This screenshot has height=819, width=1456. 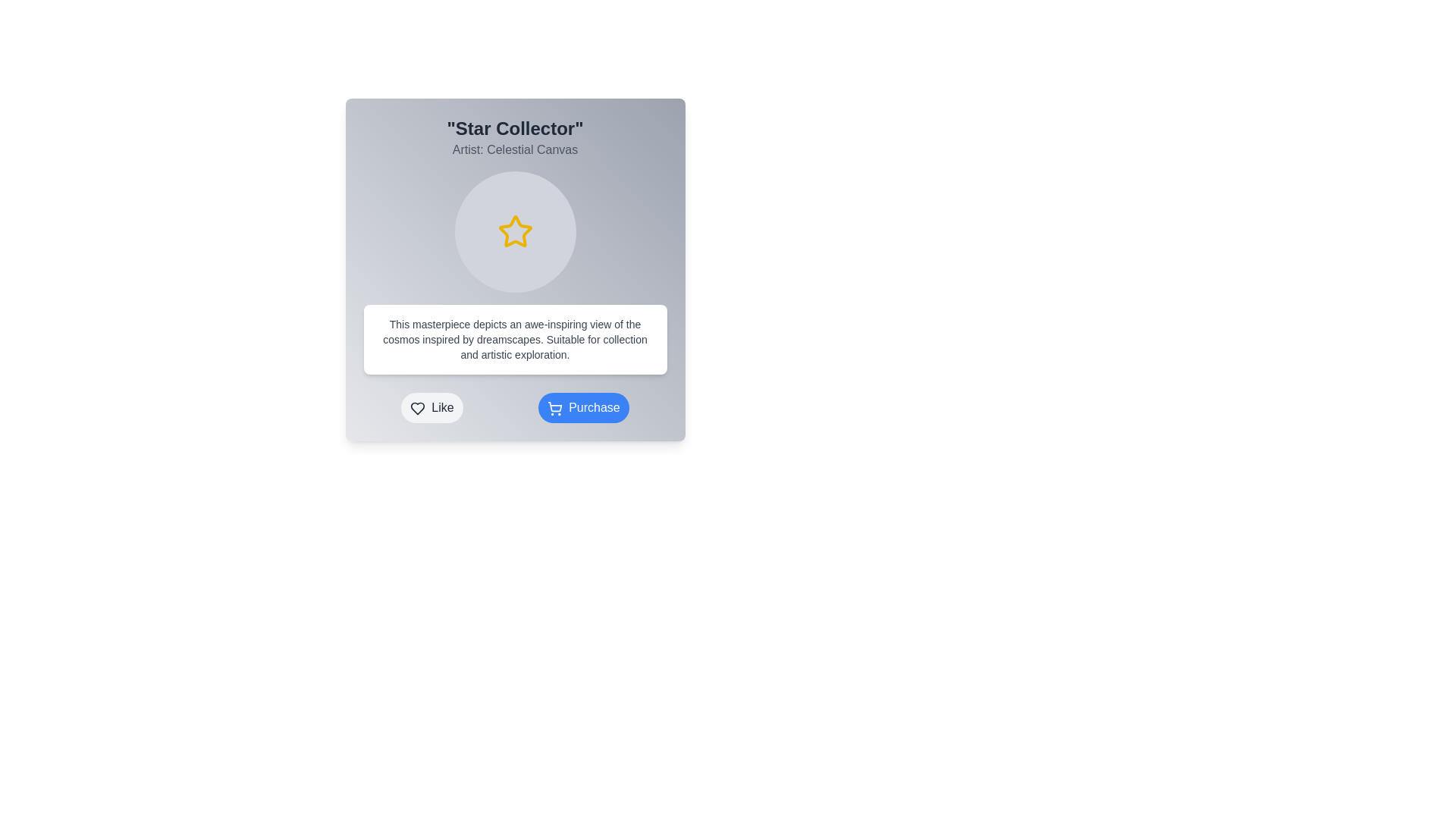 What do you see at coordinates (515, 231) in the screenshot?
I see `the Decorative icon located at the center of the card, beneath the title 'Star Collector' and above the descriptive text block` at bounding box center [515, 231].